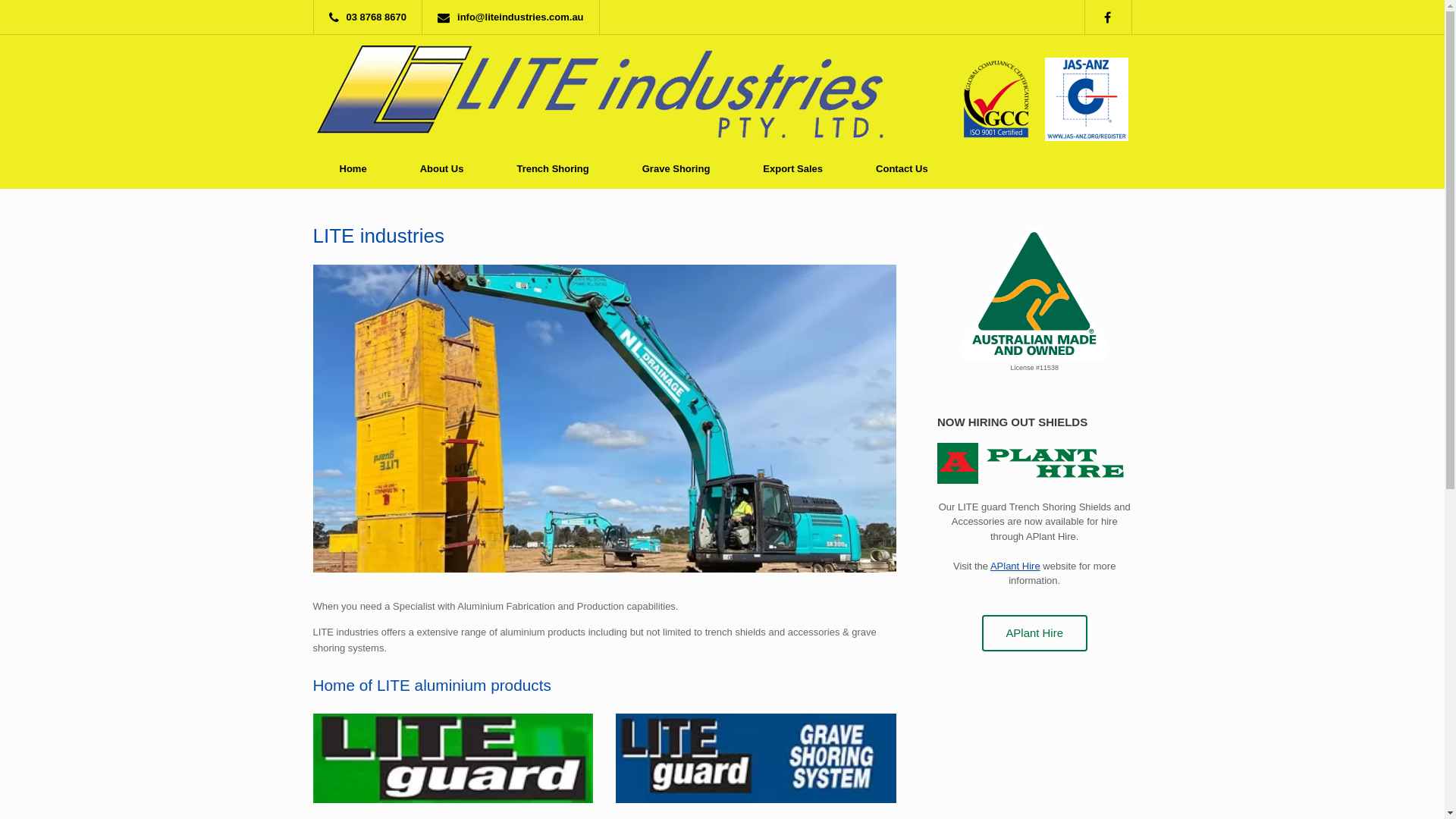 This screenshot has height=819, width=1456. What do you see at coordinates (1114, 17) in the screenshot?
I see `'Facebook'` at bounding box center [1114, 17].